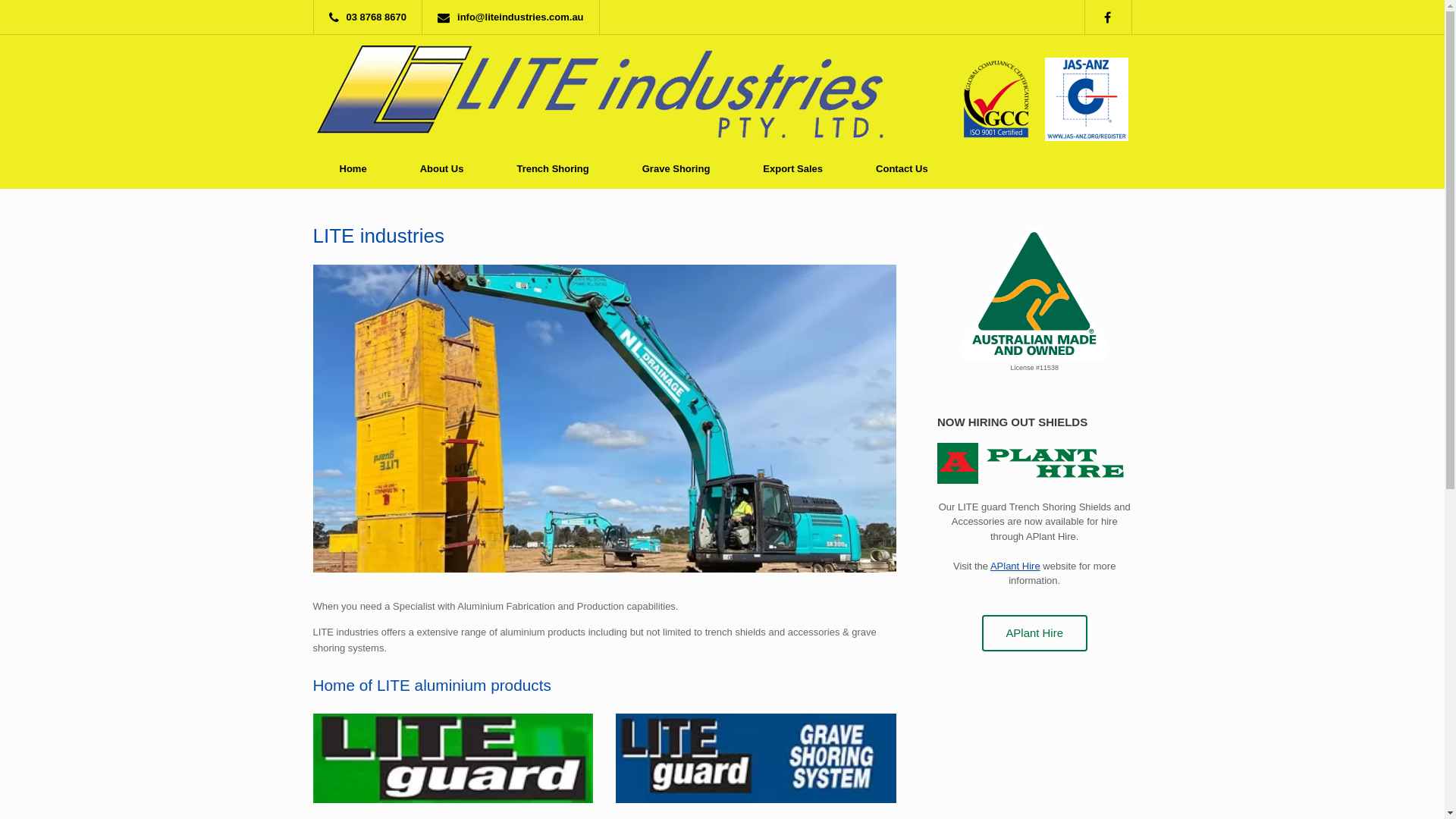 This screenshot has height=819, width=1456. What do you see at coordinates (1114, 17) in the screenshot?
I see `'Facebook'` at bounding box center [1114, 17].